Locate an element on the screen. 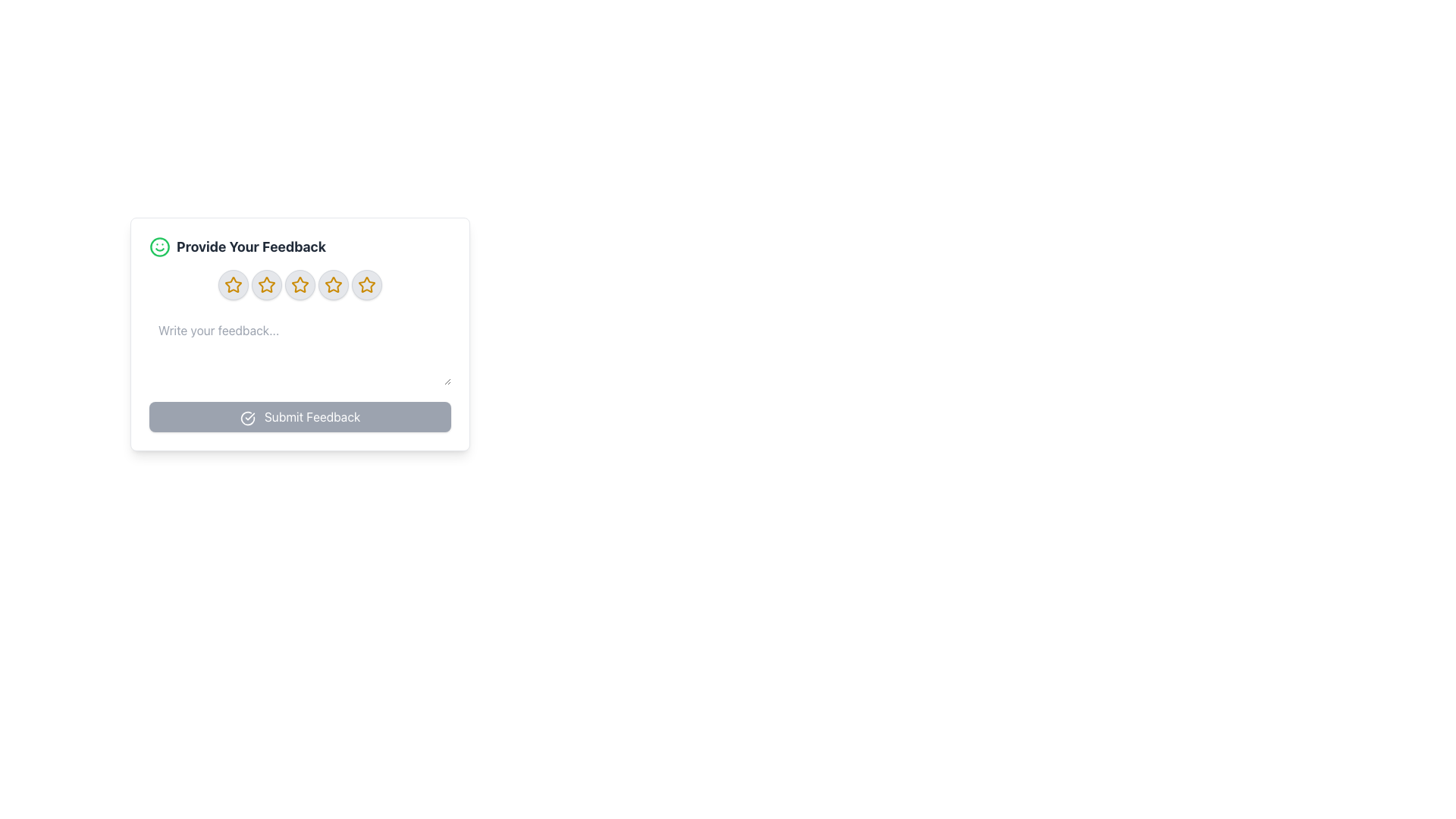  the first star icon in the horizontal rating bar, which has a hollow design and a golden-yellow border is located at coordinates (232, 284).